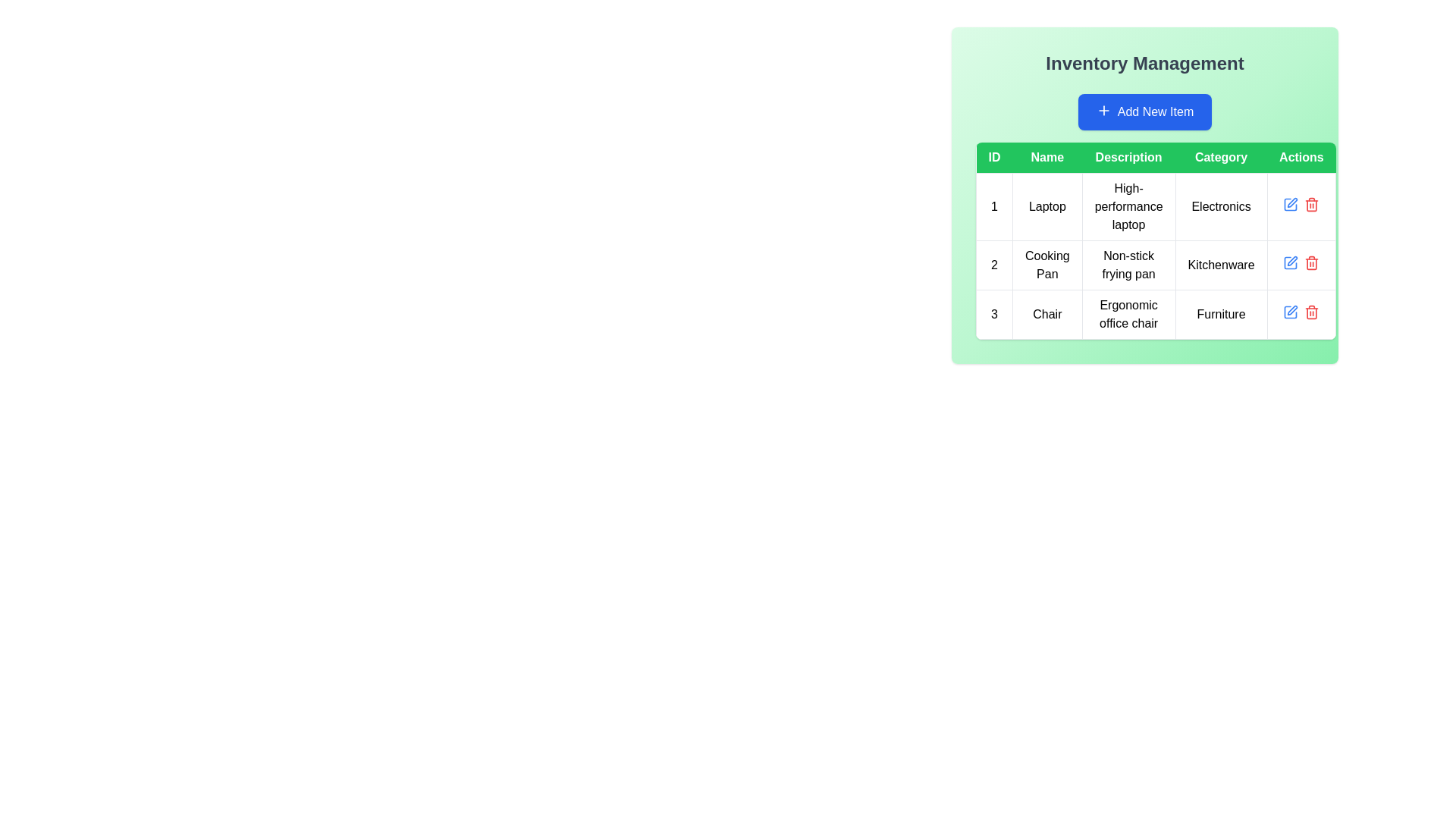 The image size is (1456, 819). What do you see at coordinates (1128, 158) in the screenshot?
I see `the text label that serves as a header for the table column, indicating descriptions or details about listed items, which is positioned third from the left among its siblings labeled 'ID', 'Name', 'Category', and 'Actions'` at bounding box center [1128, 158].